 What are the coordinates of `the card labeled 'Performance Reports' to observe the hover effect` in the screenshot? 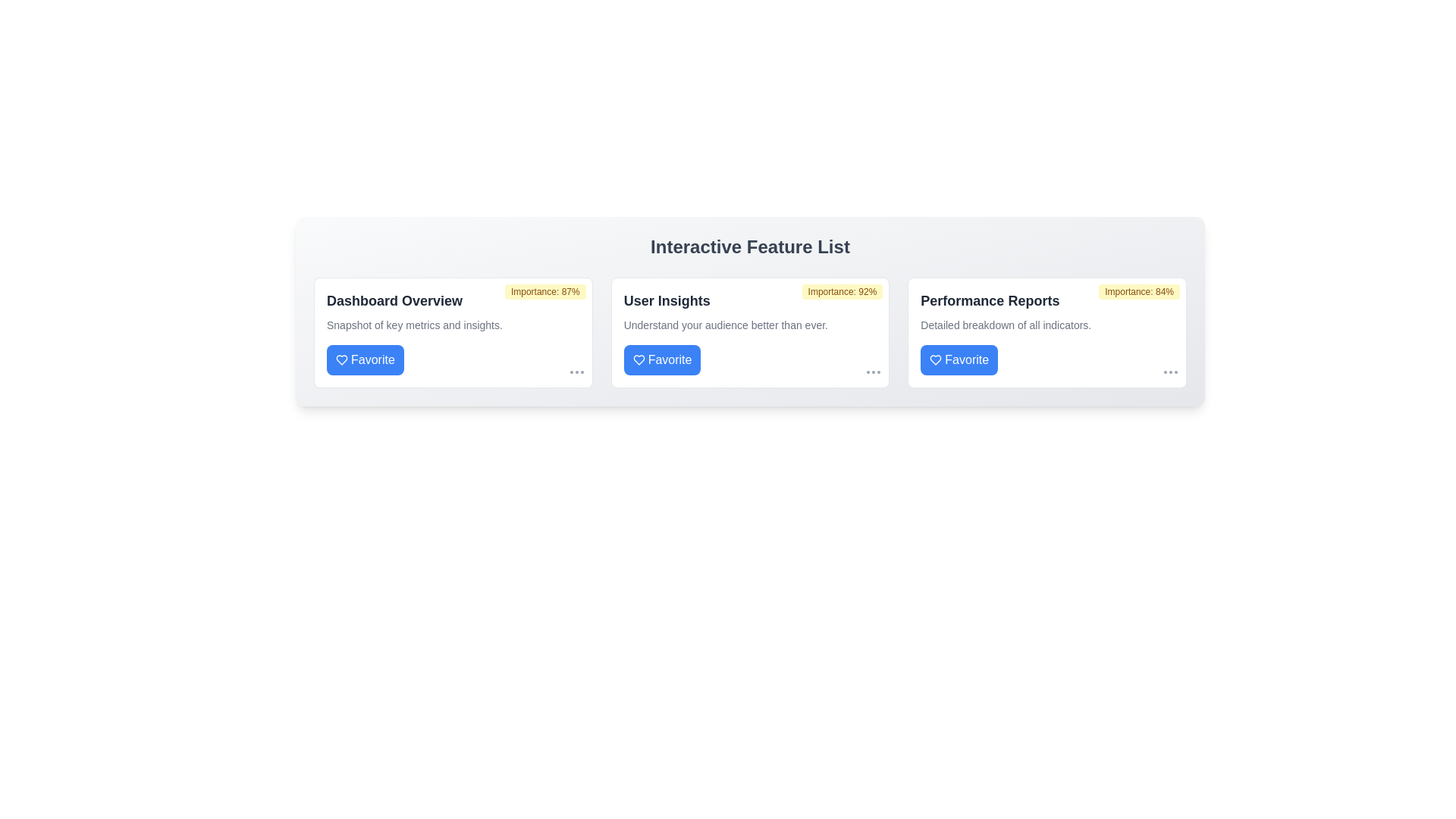 It's located at (1046, 332).